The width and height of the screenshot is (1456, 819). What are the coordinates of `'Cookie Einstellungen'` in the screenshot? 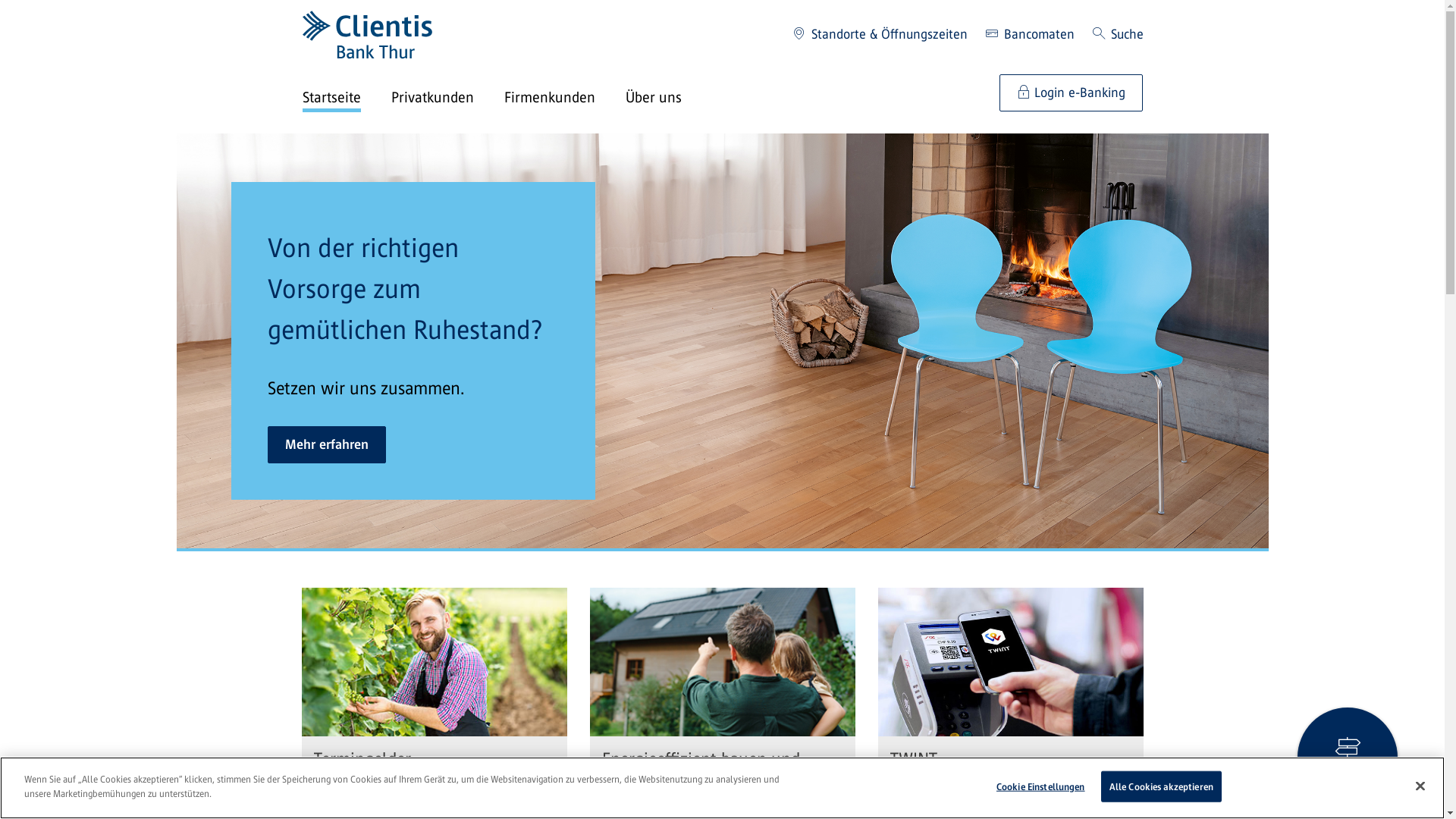 It's located at (1040, 786).